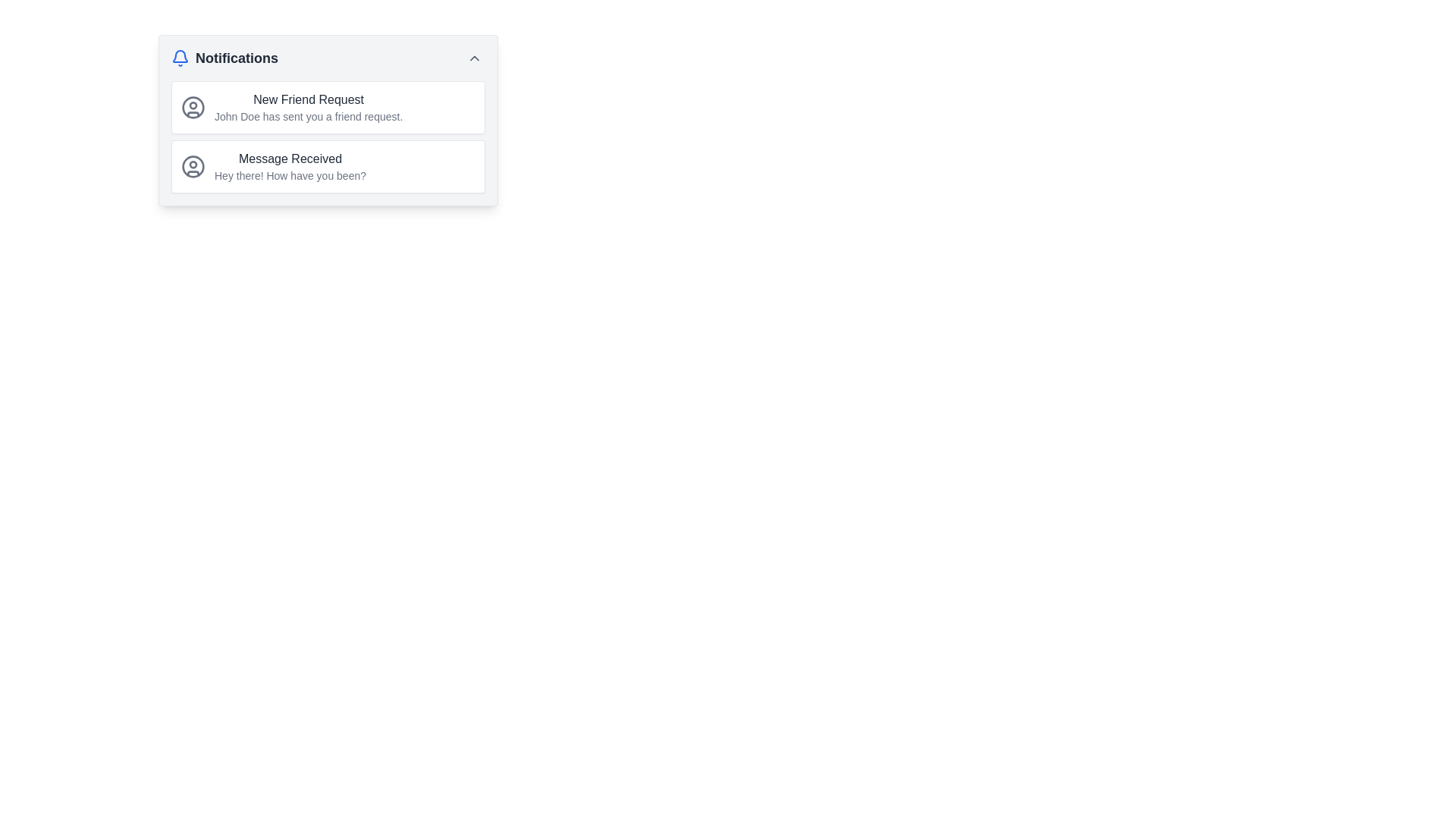 The image size is (1456, 819). Describe the element at coordinates (192, 166) in the screenshot. I see `the outermost circle of the user icon with a gray border located in the notification section next to 'New Friend Request'` at that location.